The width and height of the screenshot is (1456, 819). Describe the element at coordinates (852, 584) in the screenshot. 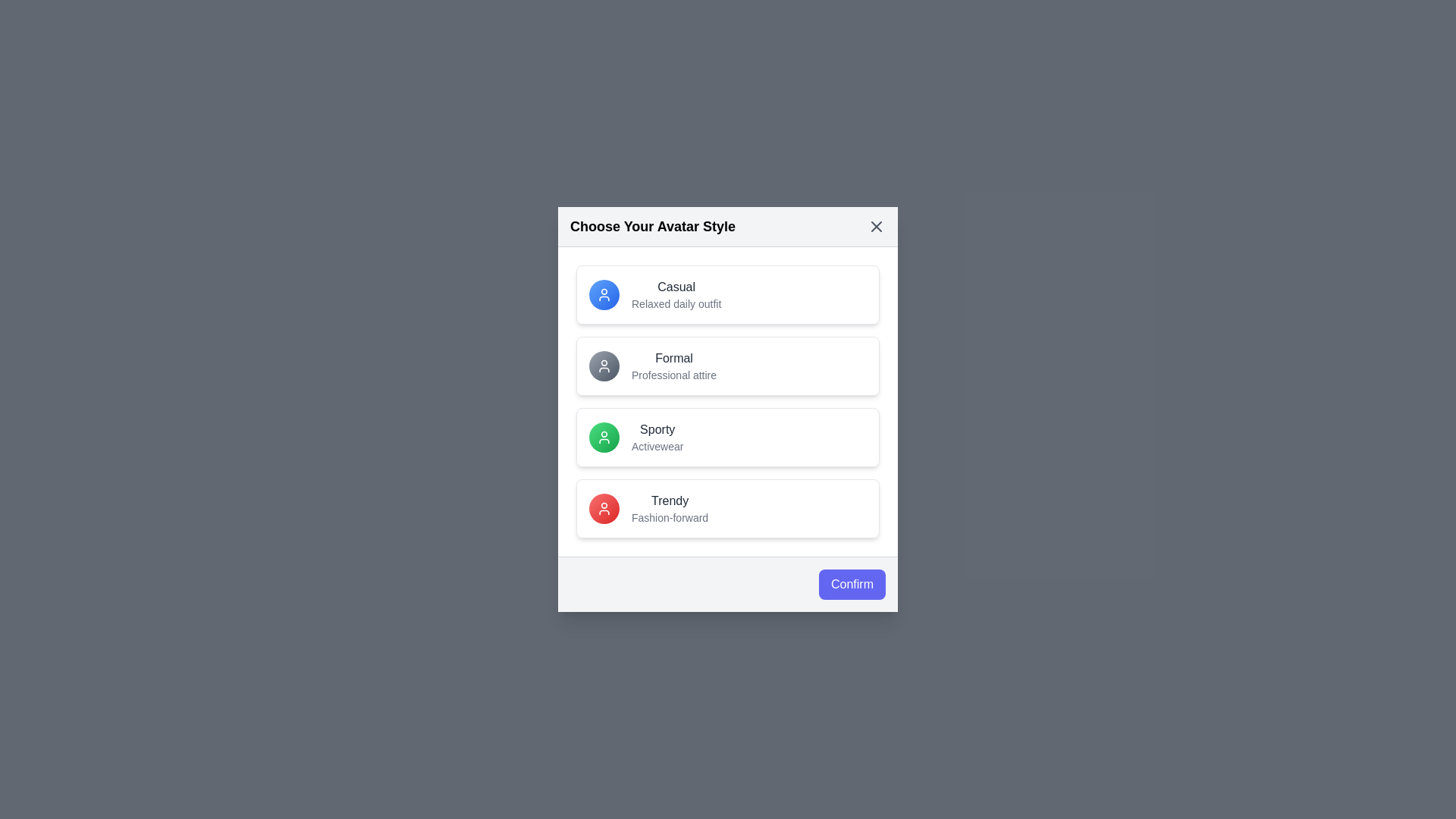

I see `the confirm button to confirm the selected avatar` at that location.